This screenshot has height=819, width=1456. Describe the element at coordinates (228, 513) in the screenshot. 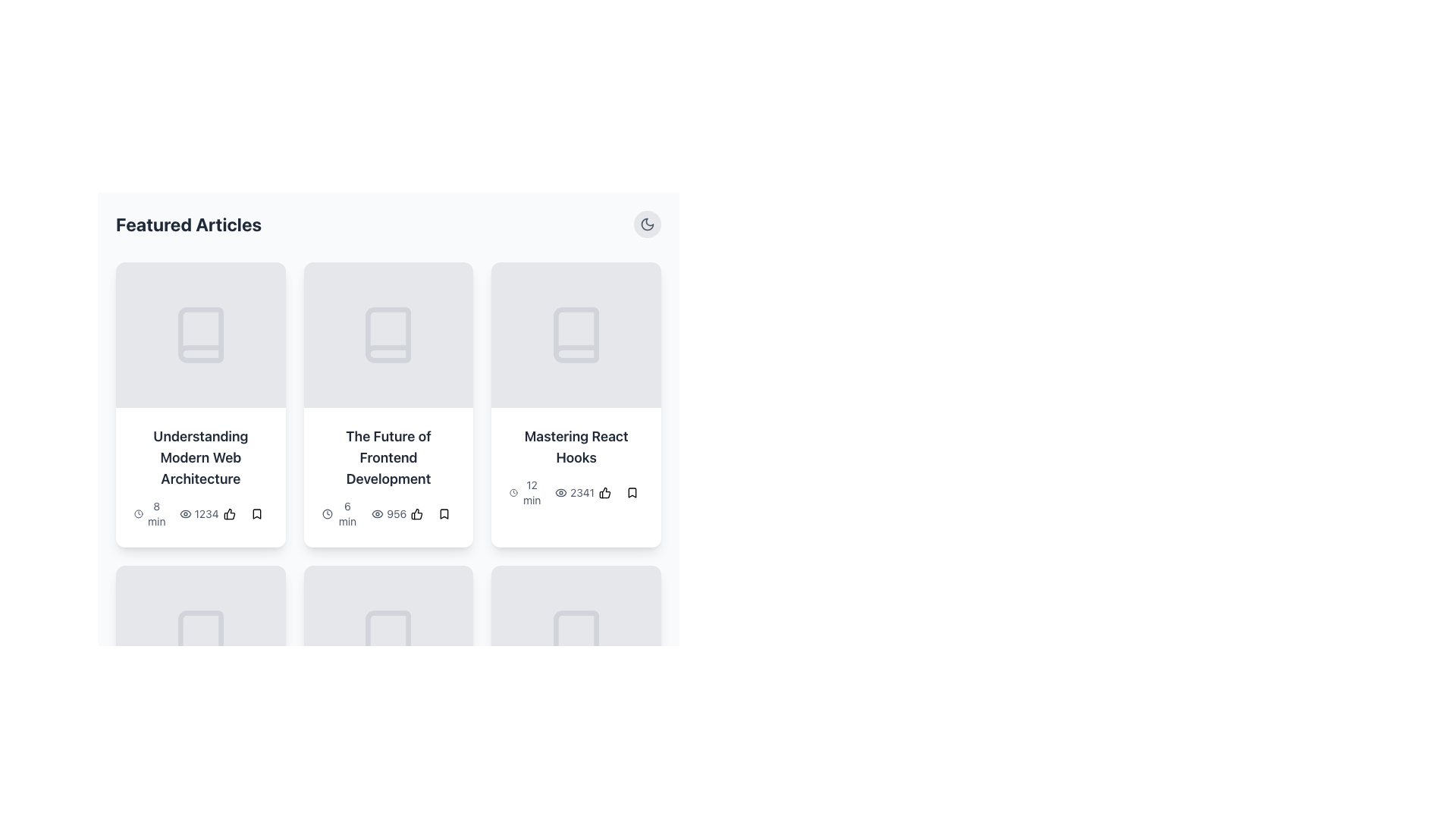

I see `the thumbs-up icon located in the lower right area of the first article card to register a like` at that location.